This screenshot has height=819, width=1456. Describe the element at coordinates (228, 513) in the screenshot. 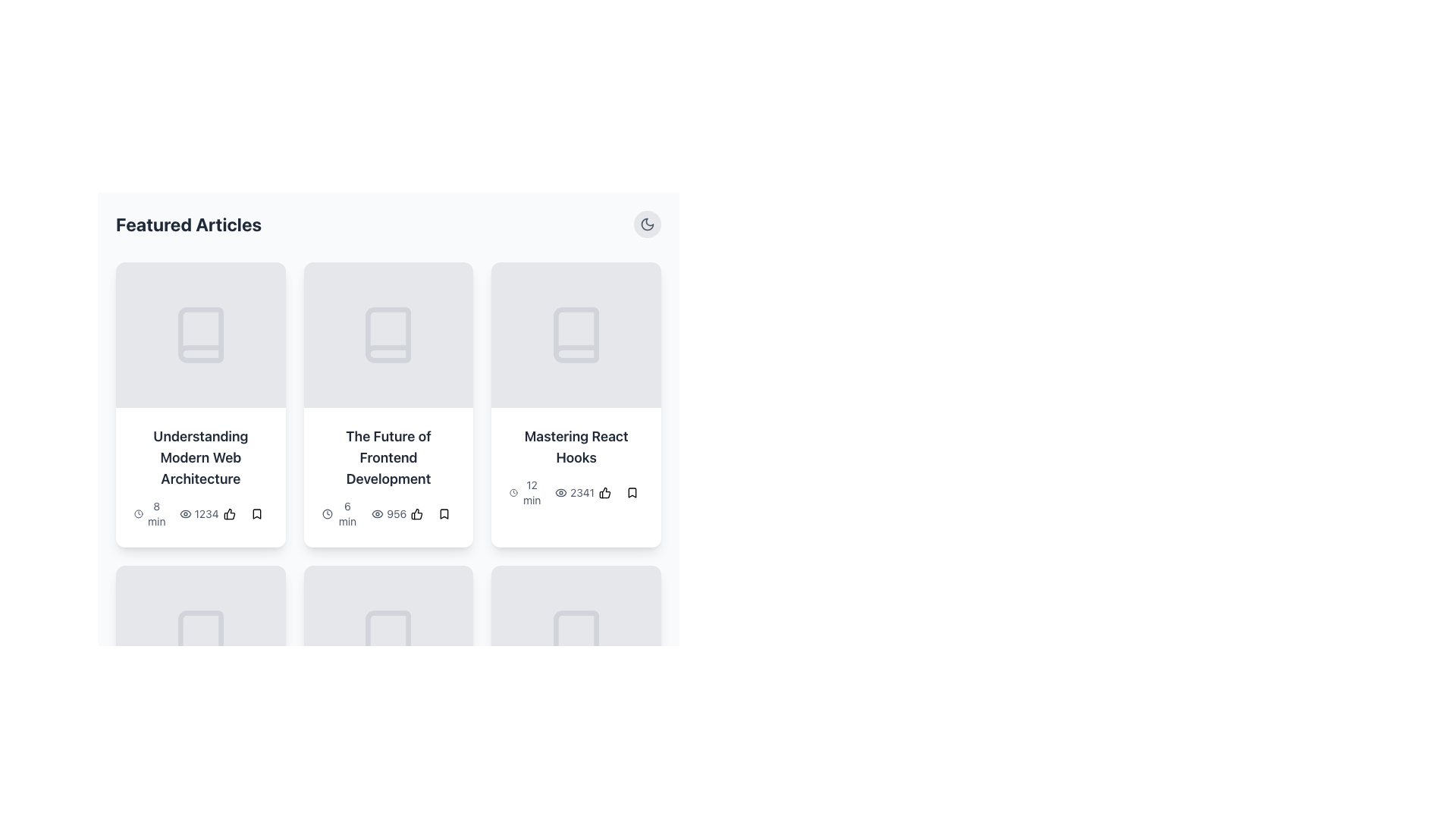

I see `the thumbs-up icon located in the lower right area of the first article card to register a like` at that location.